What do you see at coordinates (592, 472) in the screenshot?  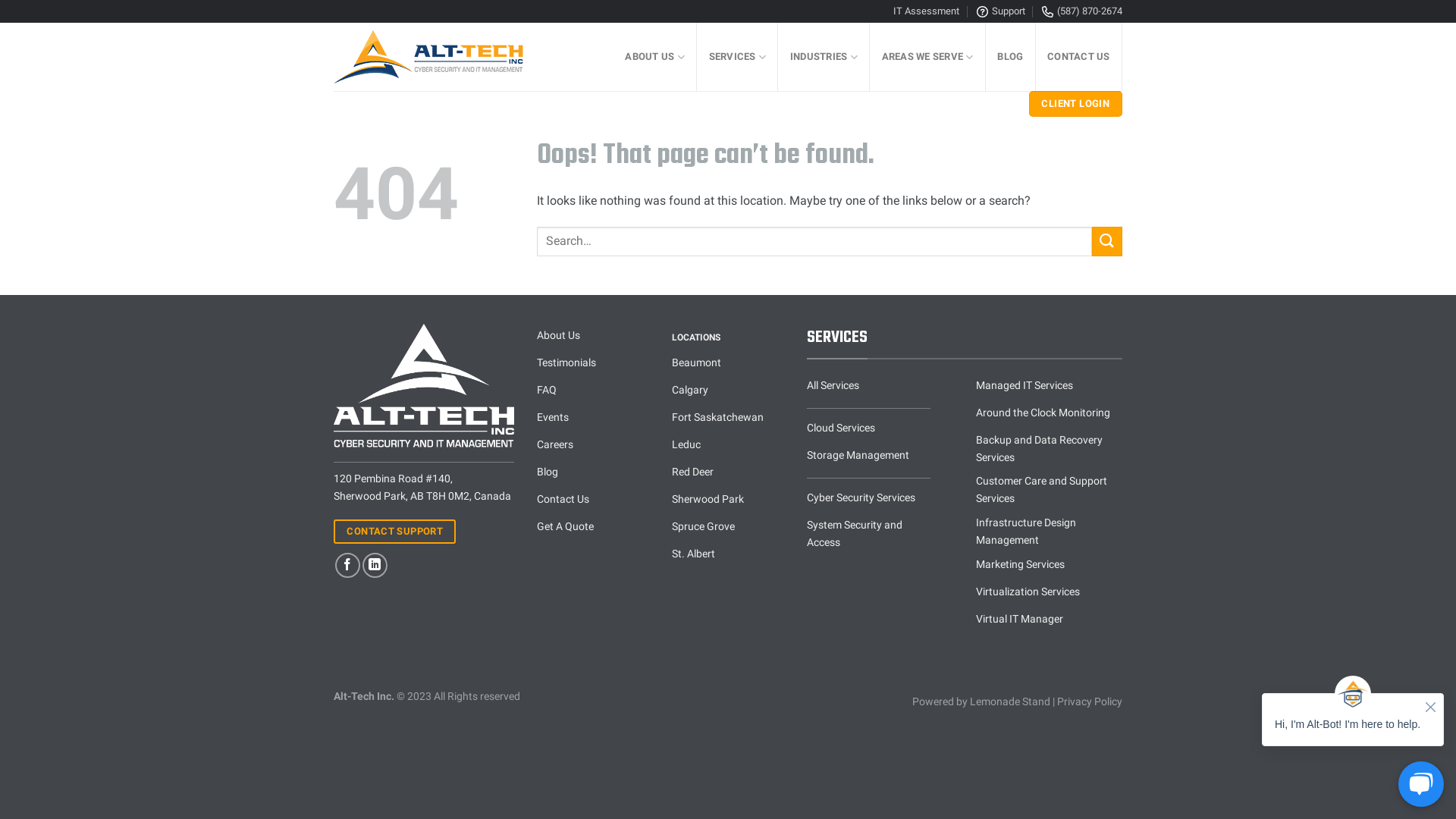 I see `'Blog'` at bounding box center [592, 472].